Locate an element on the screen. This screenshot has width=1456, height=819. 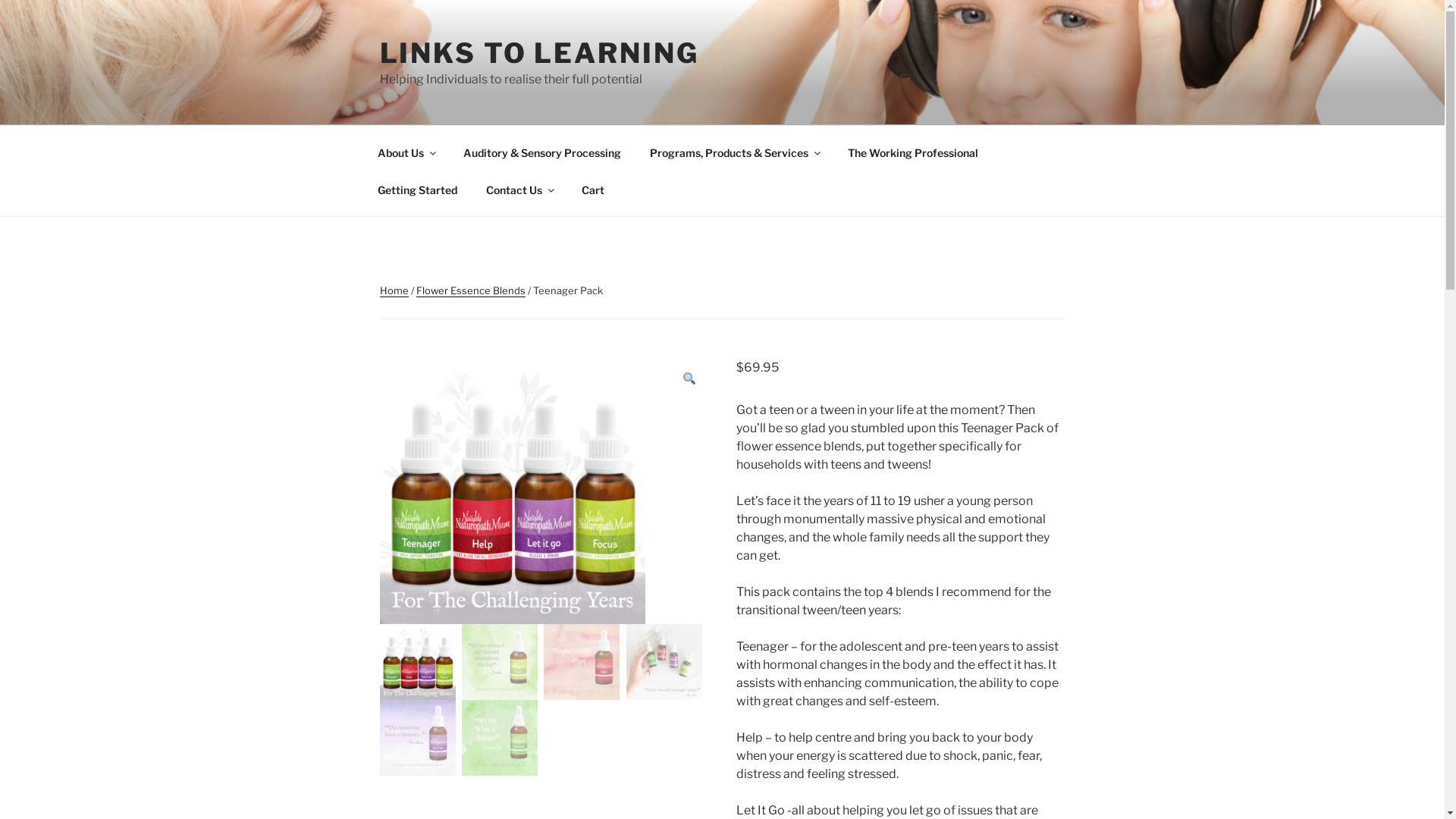
'Contact Us' is located at coordinates (472, 189).